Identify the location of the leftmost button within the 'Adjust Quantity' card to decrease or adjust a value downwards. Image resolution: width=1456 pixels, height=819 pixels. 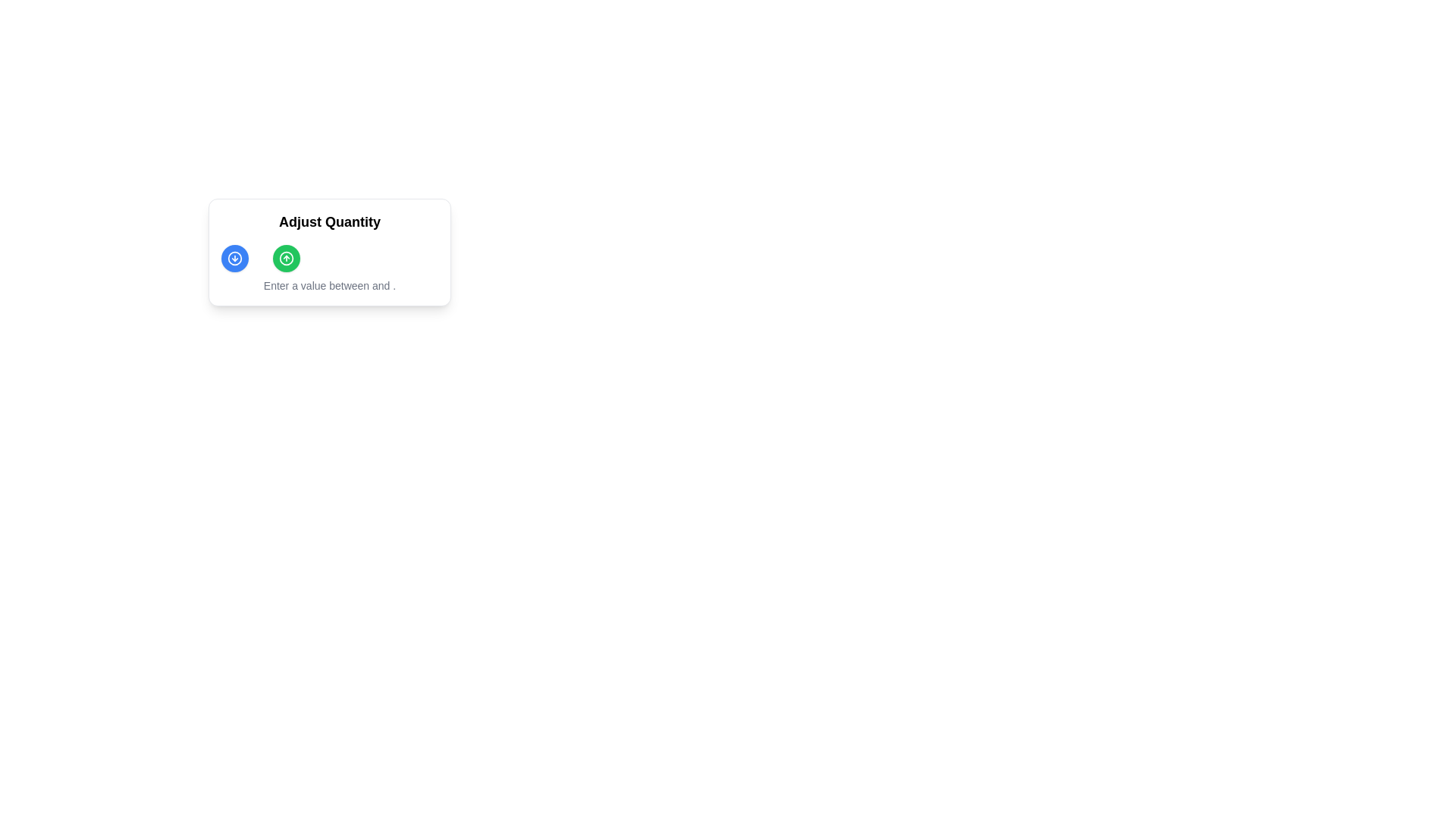
(234, 257).